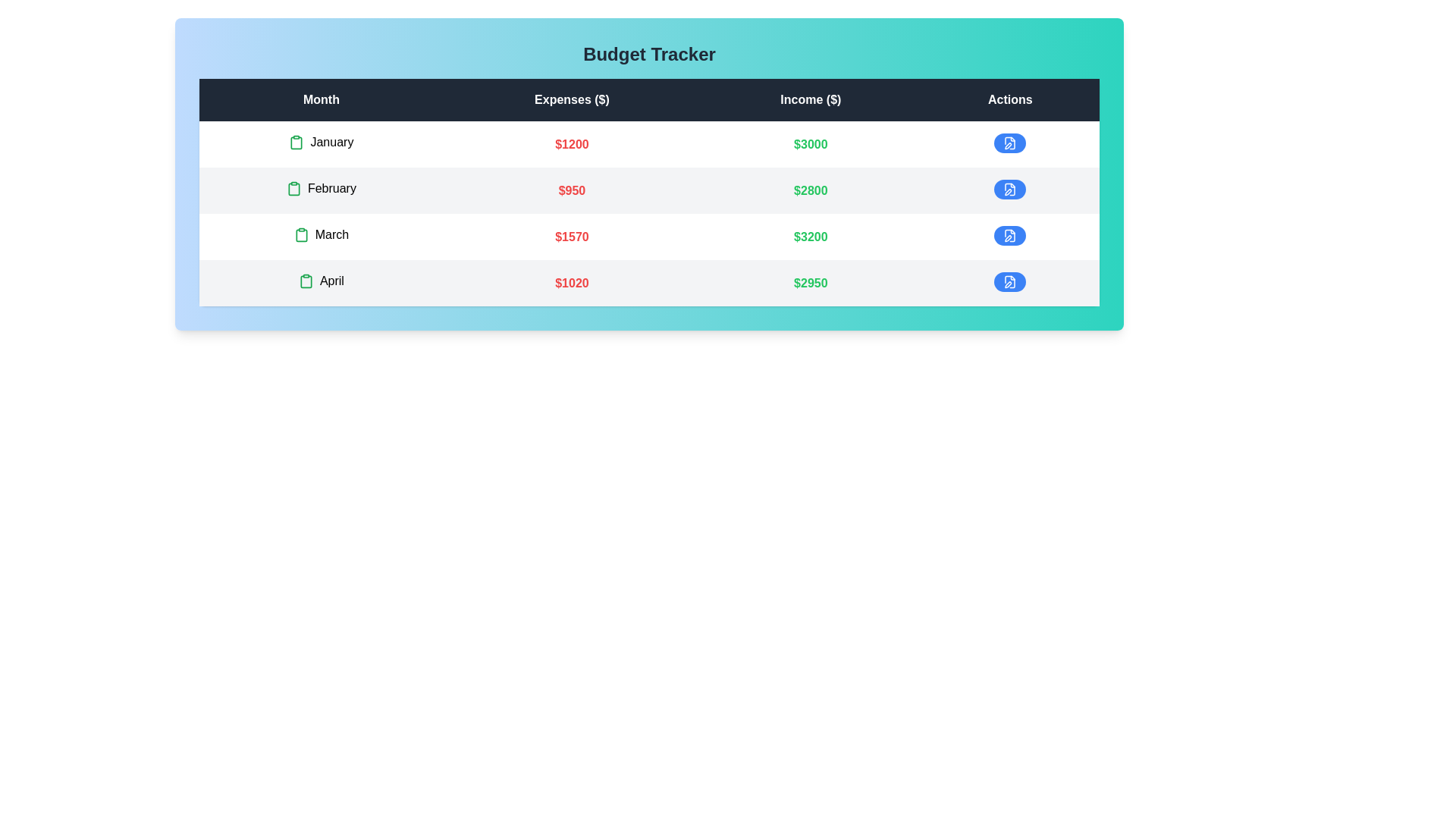 This screenshot has height=819, width=1456. I want to click on edit button for the row corresponding to April, so click(1010, 281).